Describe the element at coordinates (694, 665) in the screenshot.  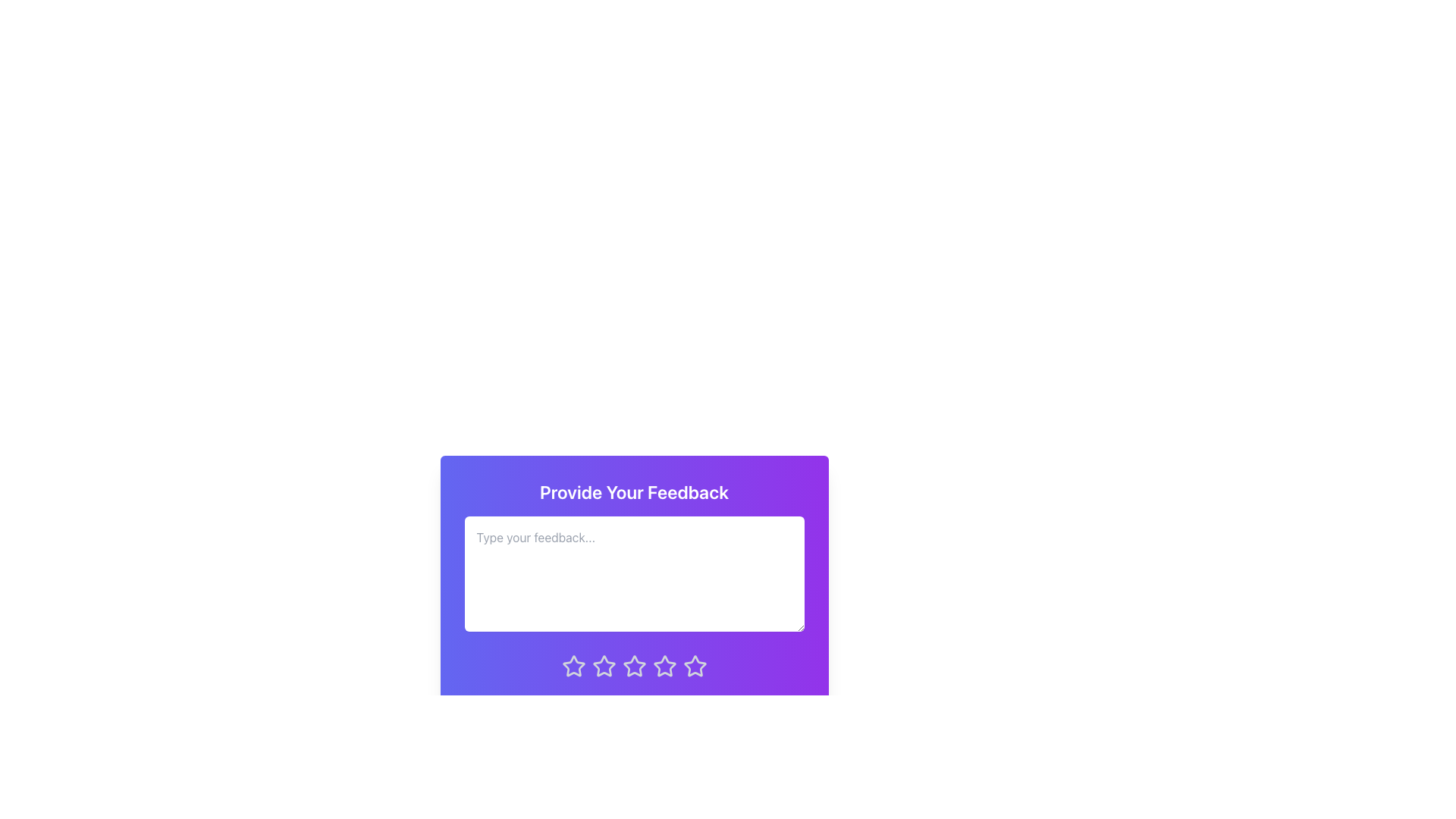
I see `the fifth star icon used for ratings, which has a gradient purple-to-pink background and is located below the 'Provide Your Feedback' text area` at that location.